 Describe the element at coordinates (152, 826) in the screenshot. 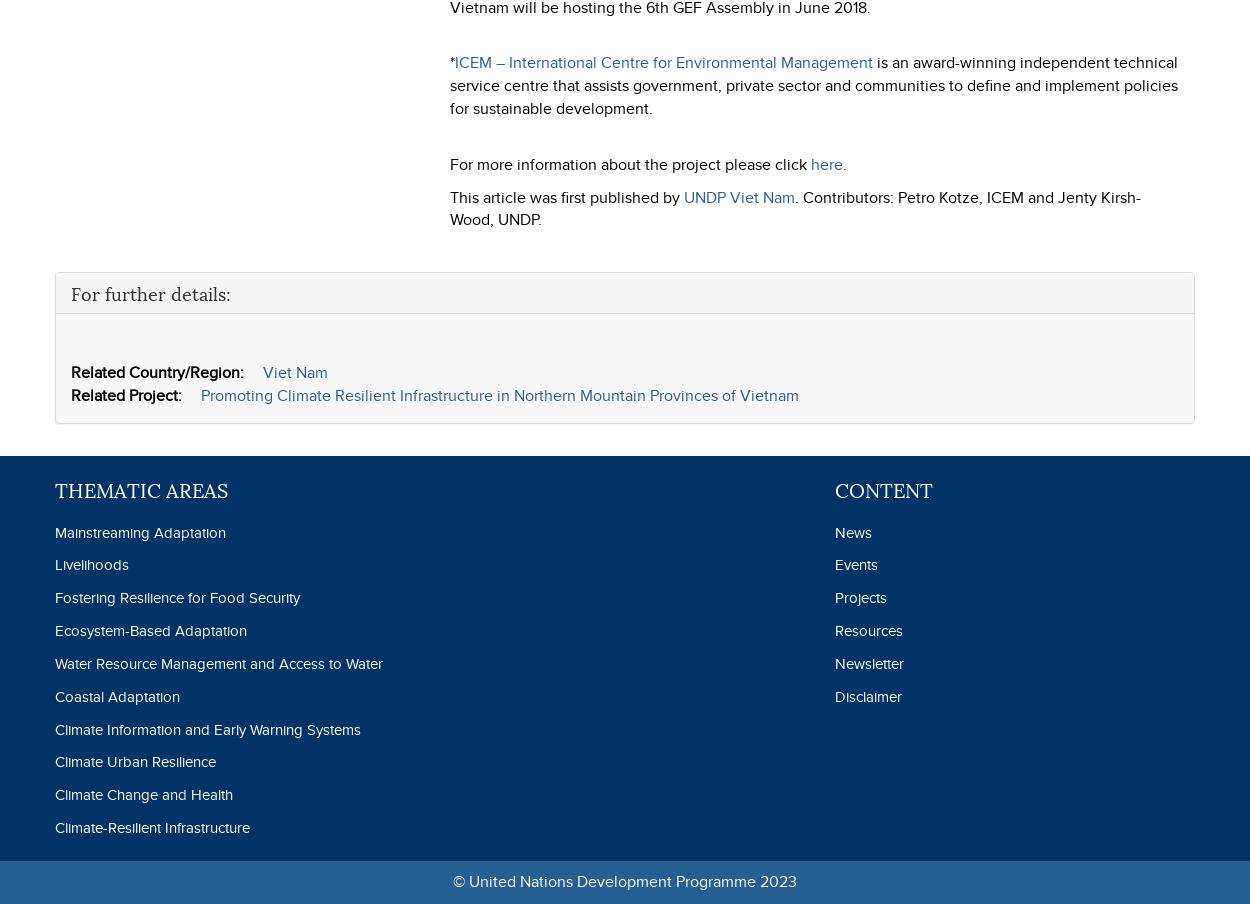

I see `'Climate-Resilient Infrastructure'` at that location.